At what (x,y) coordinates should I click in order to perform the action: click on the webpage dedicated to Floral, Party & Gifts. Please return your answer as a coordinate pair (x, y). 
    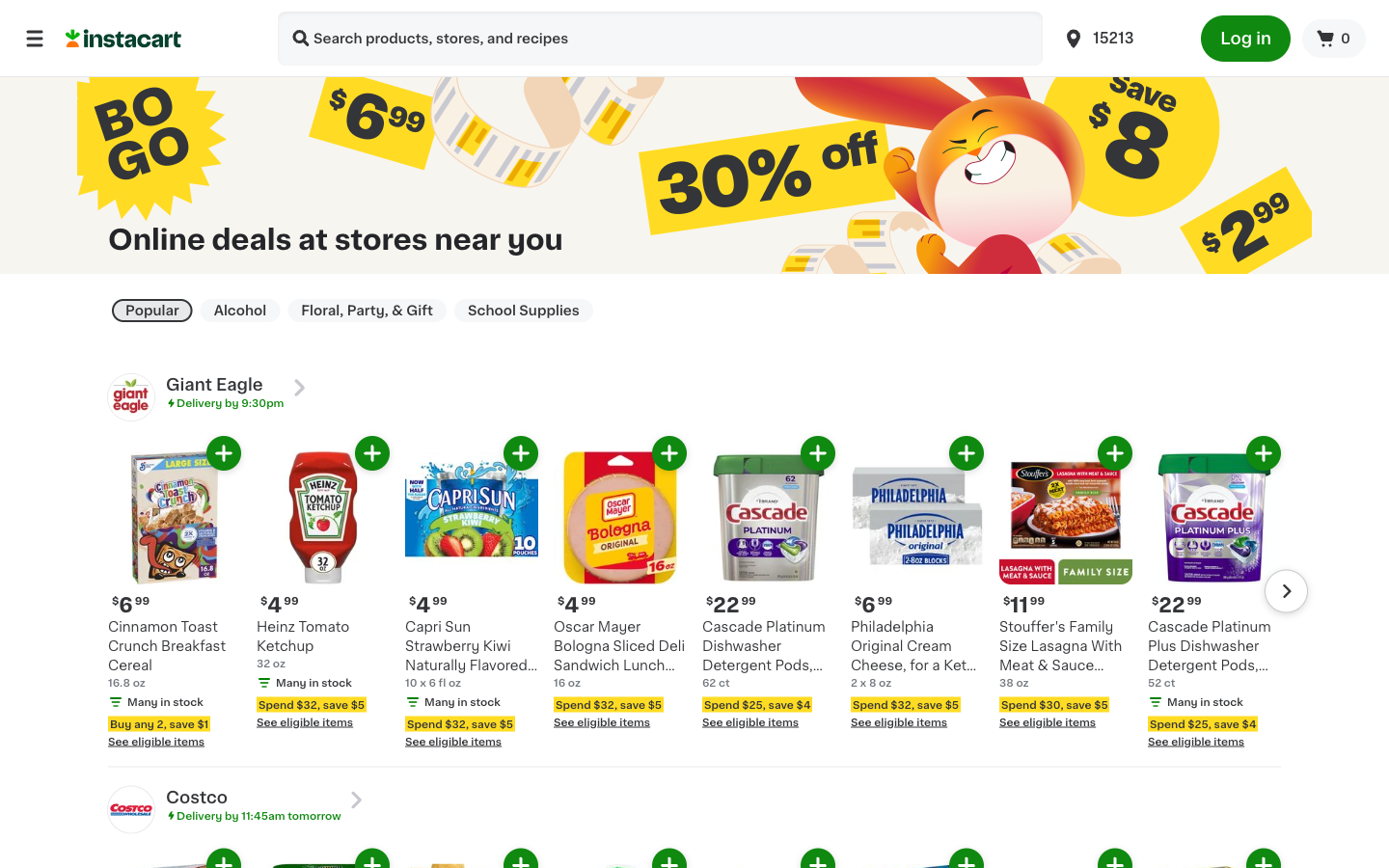
    Looking at the image, I should click on (366, 310).